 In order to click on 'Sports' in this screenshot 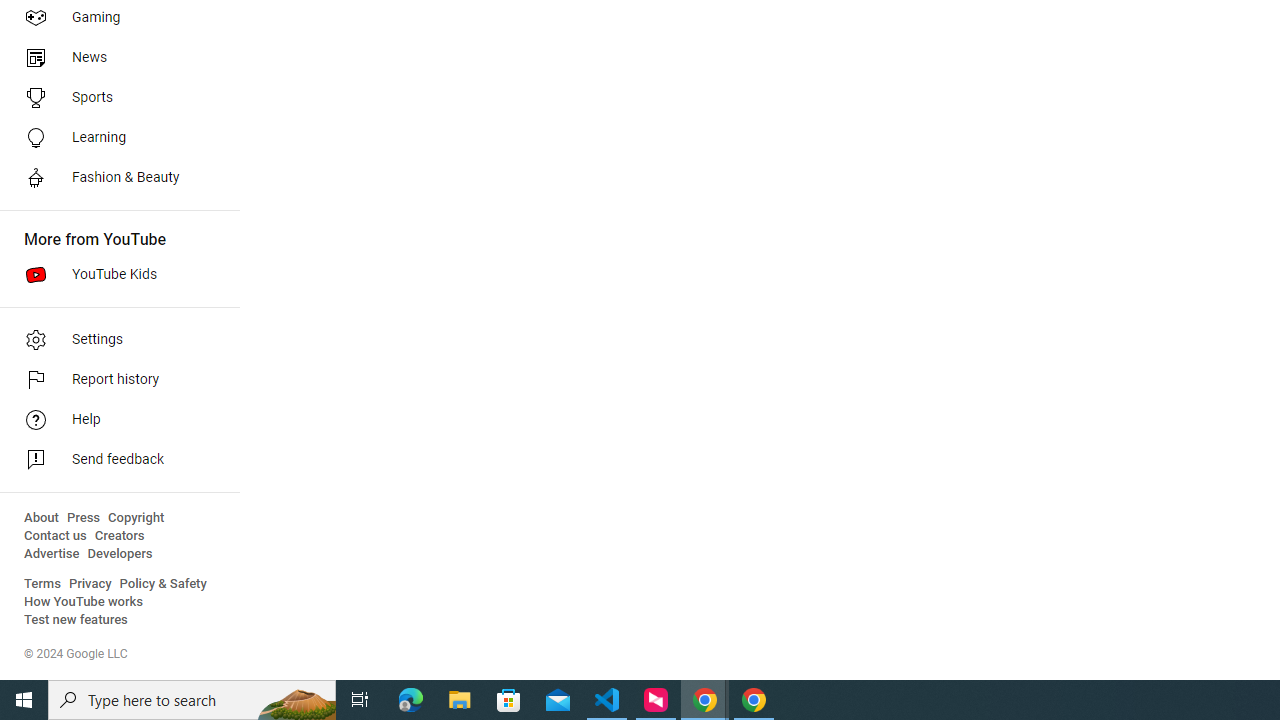, I will do `click(112, 97)`.